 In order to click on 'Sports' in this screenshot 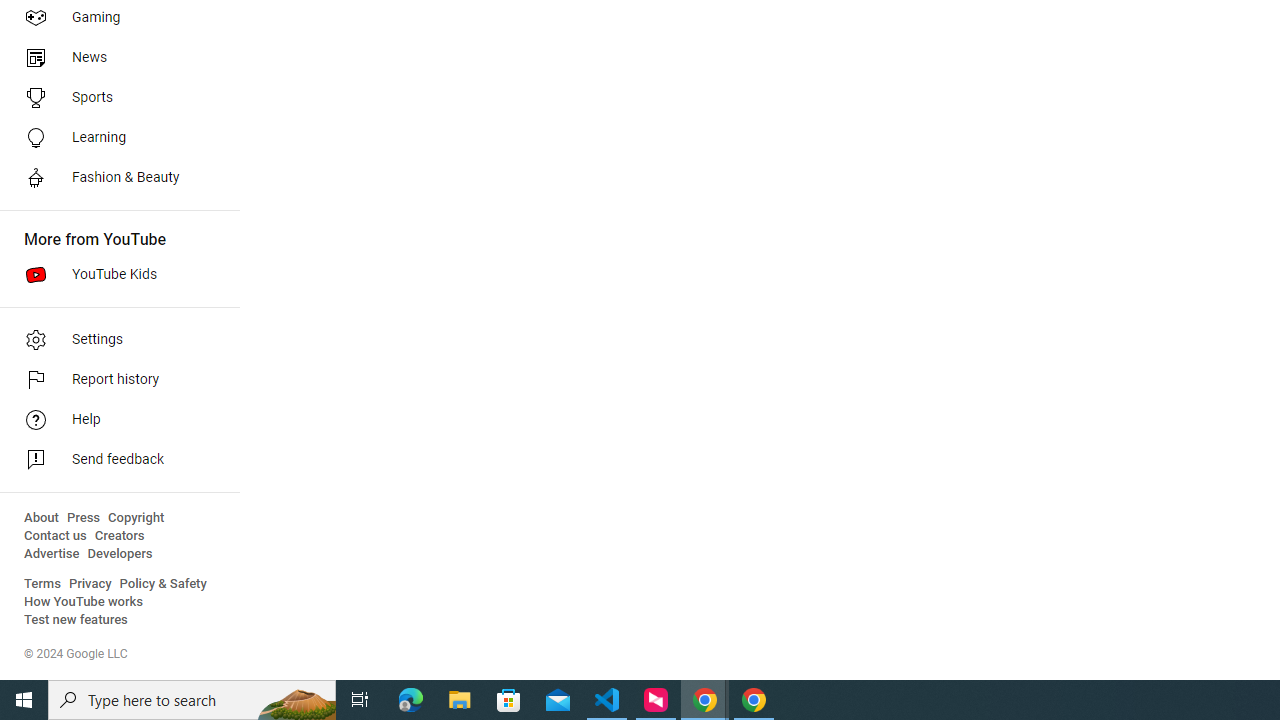, I will do `click(112, 97)`.